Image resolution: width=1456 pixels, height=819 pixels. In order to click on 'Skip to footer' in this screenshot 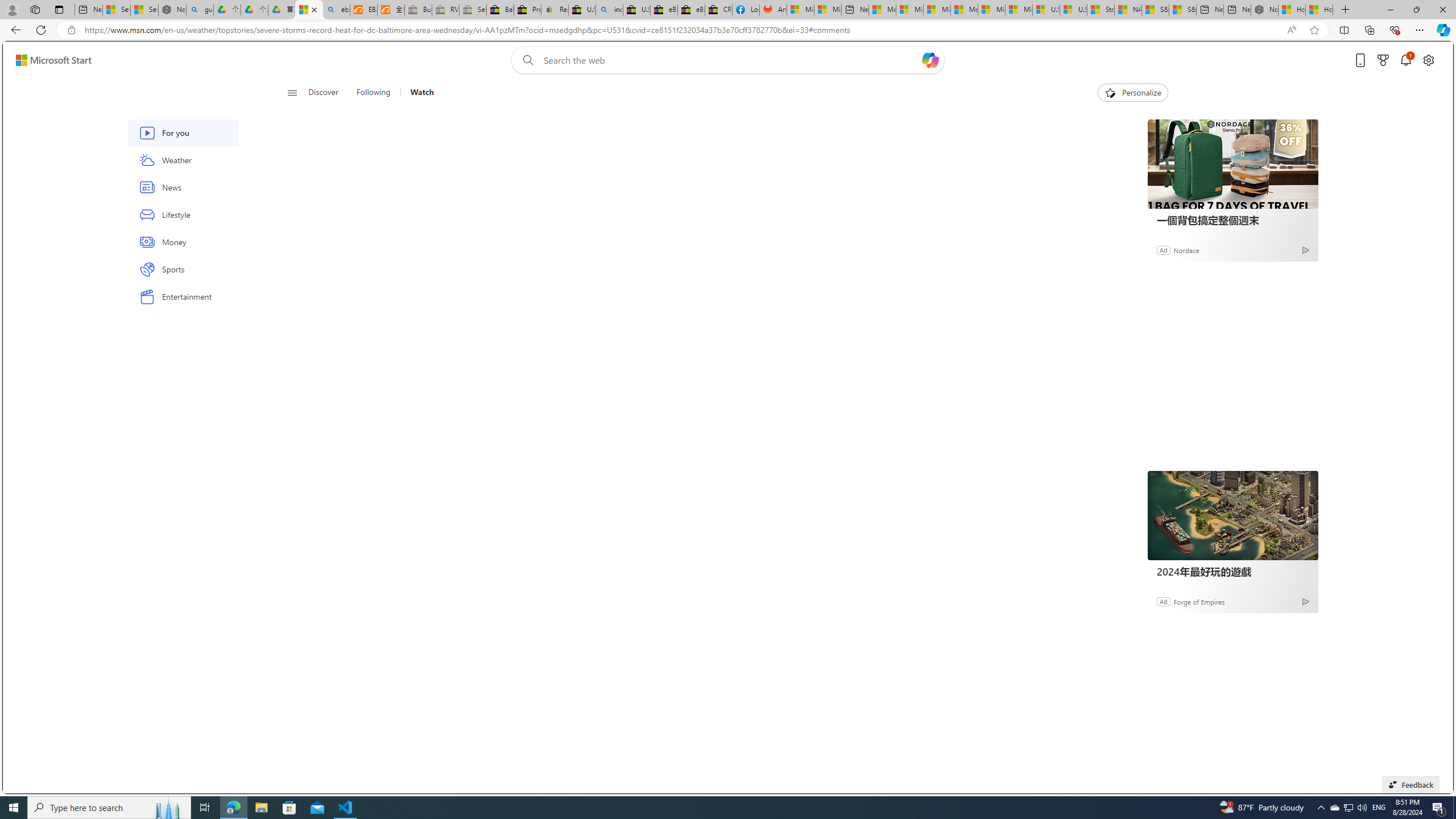, I will do `click(46, 59)`.